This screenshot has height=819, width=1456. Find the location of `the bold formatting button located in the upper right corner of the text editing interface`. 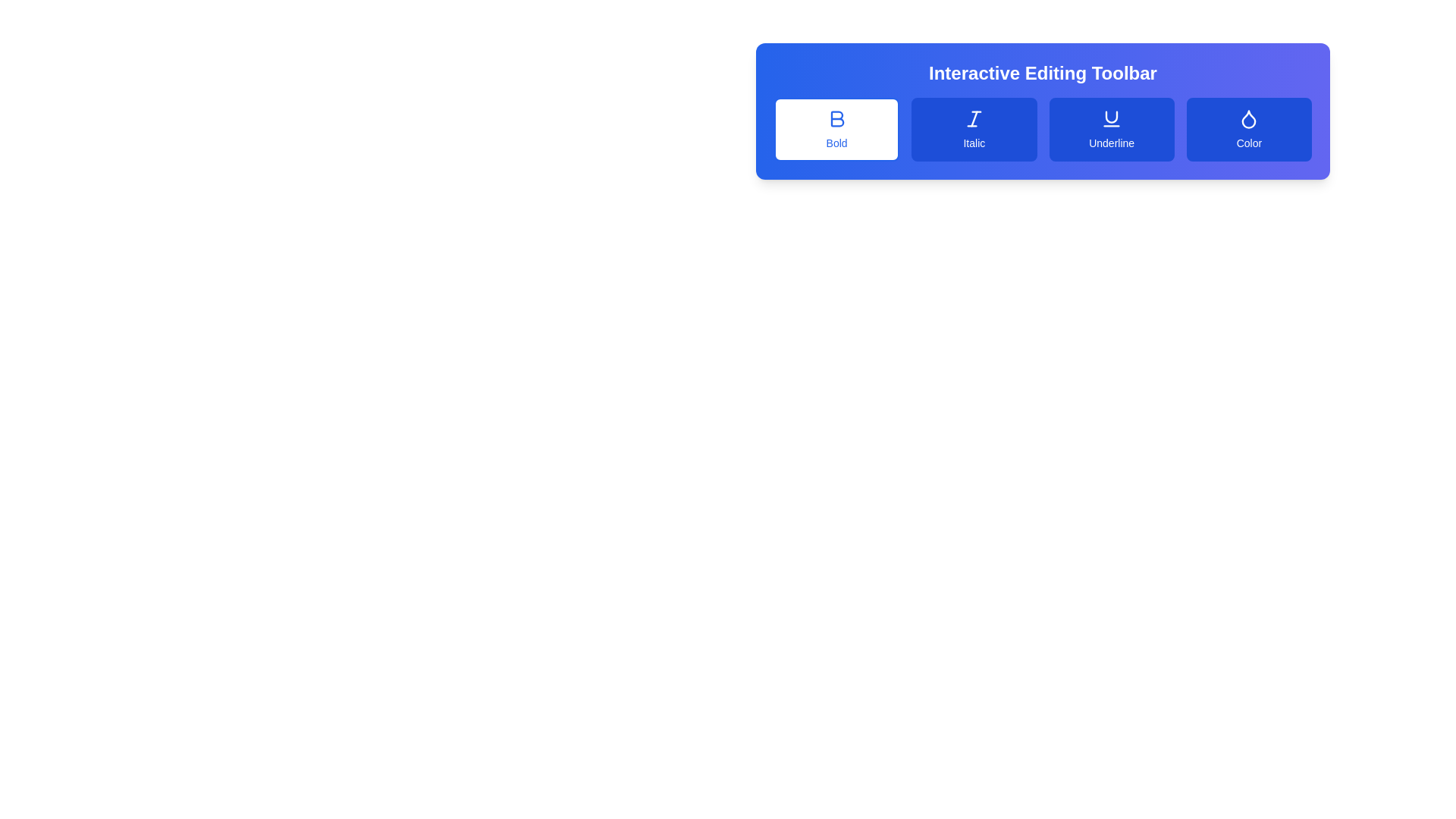

the bold formatting button located in the upper right corner of the text editing interface is located at coordinates (836, 128).